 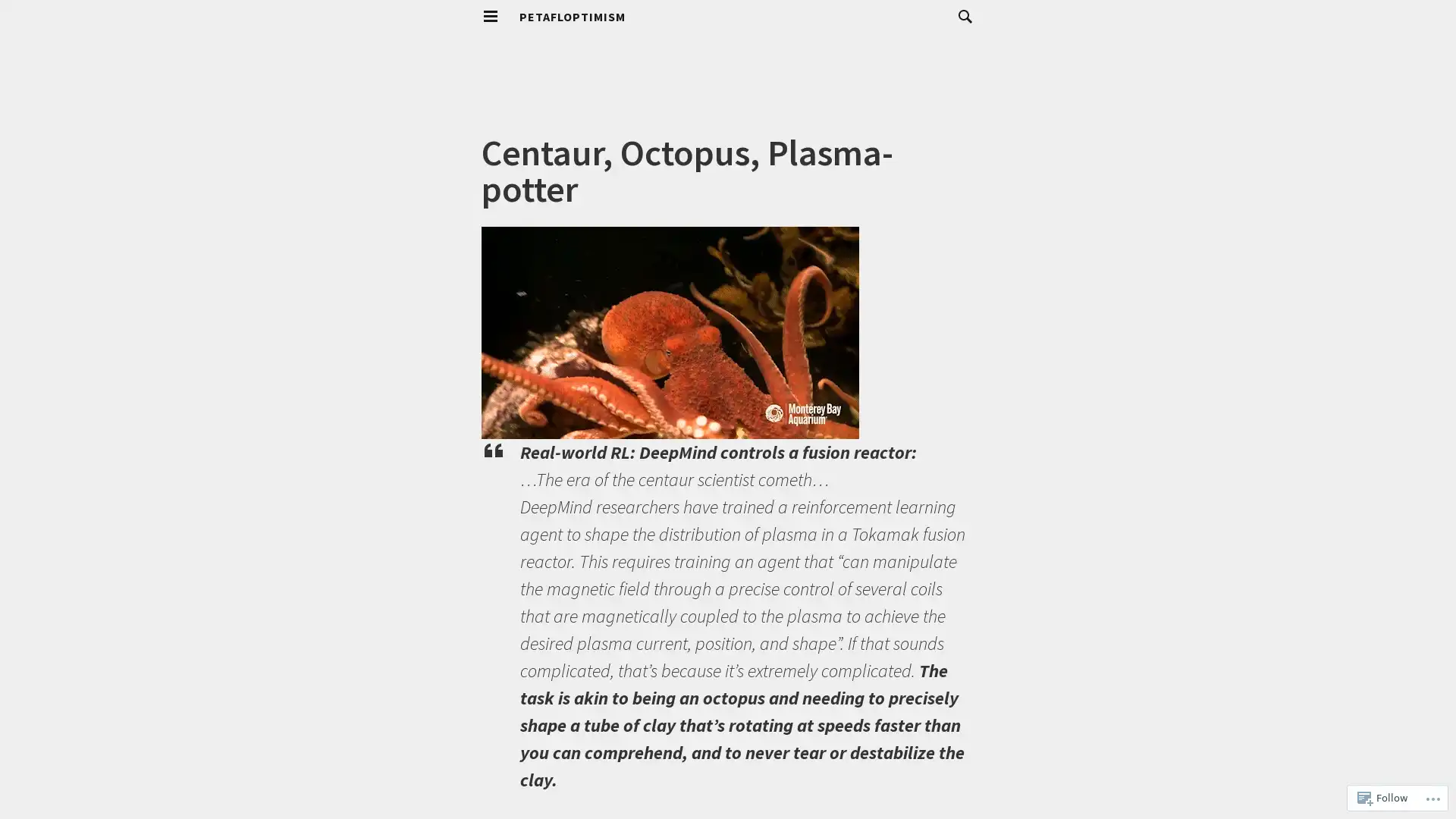 I want to click on PRIMARY MENU, so click(x=491, y=17).